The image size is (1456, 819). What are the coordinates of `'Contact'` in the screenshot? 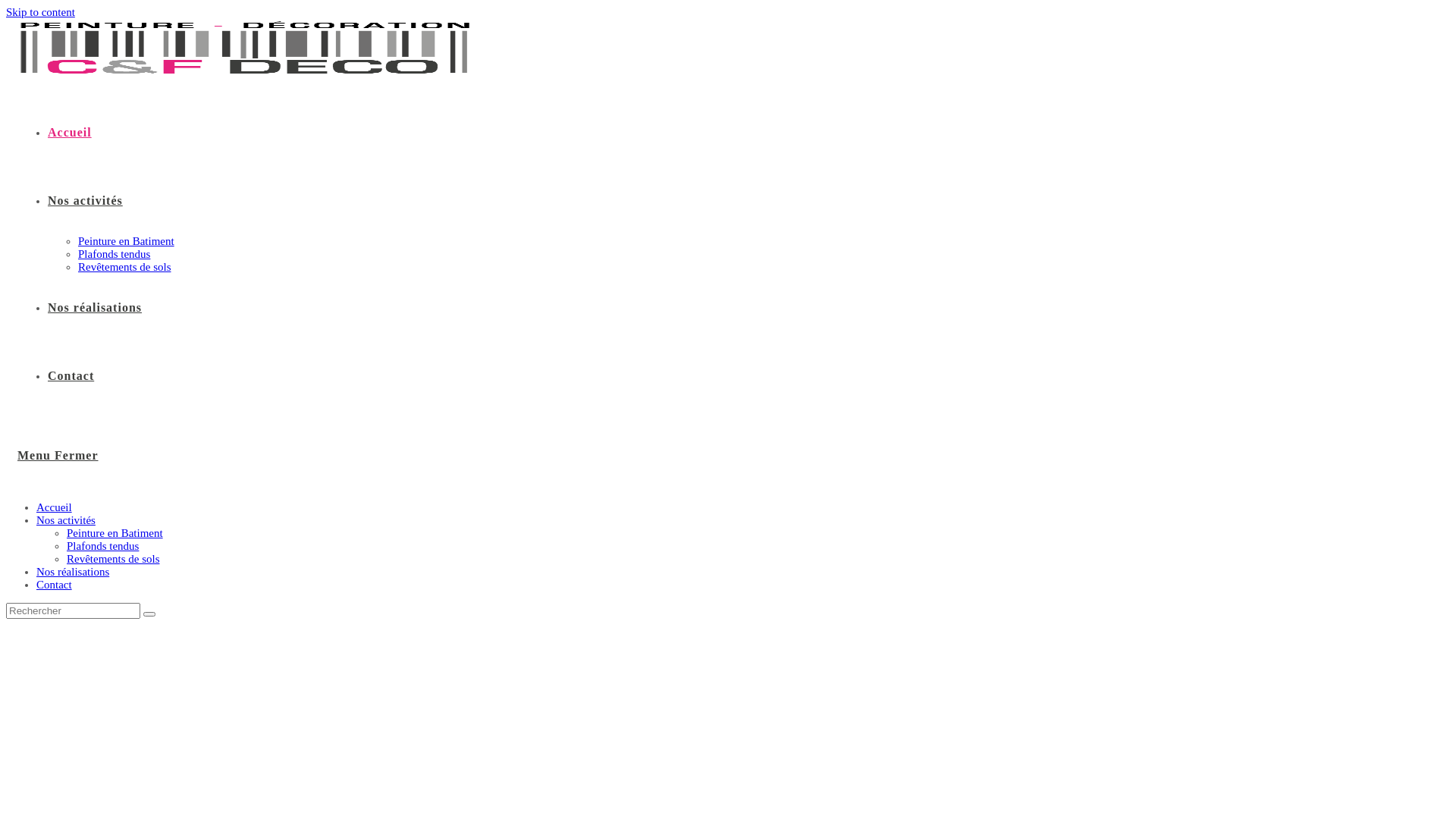 It's located at (54, 584).